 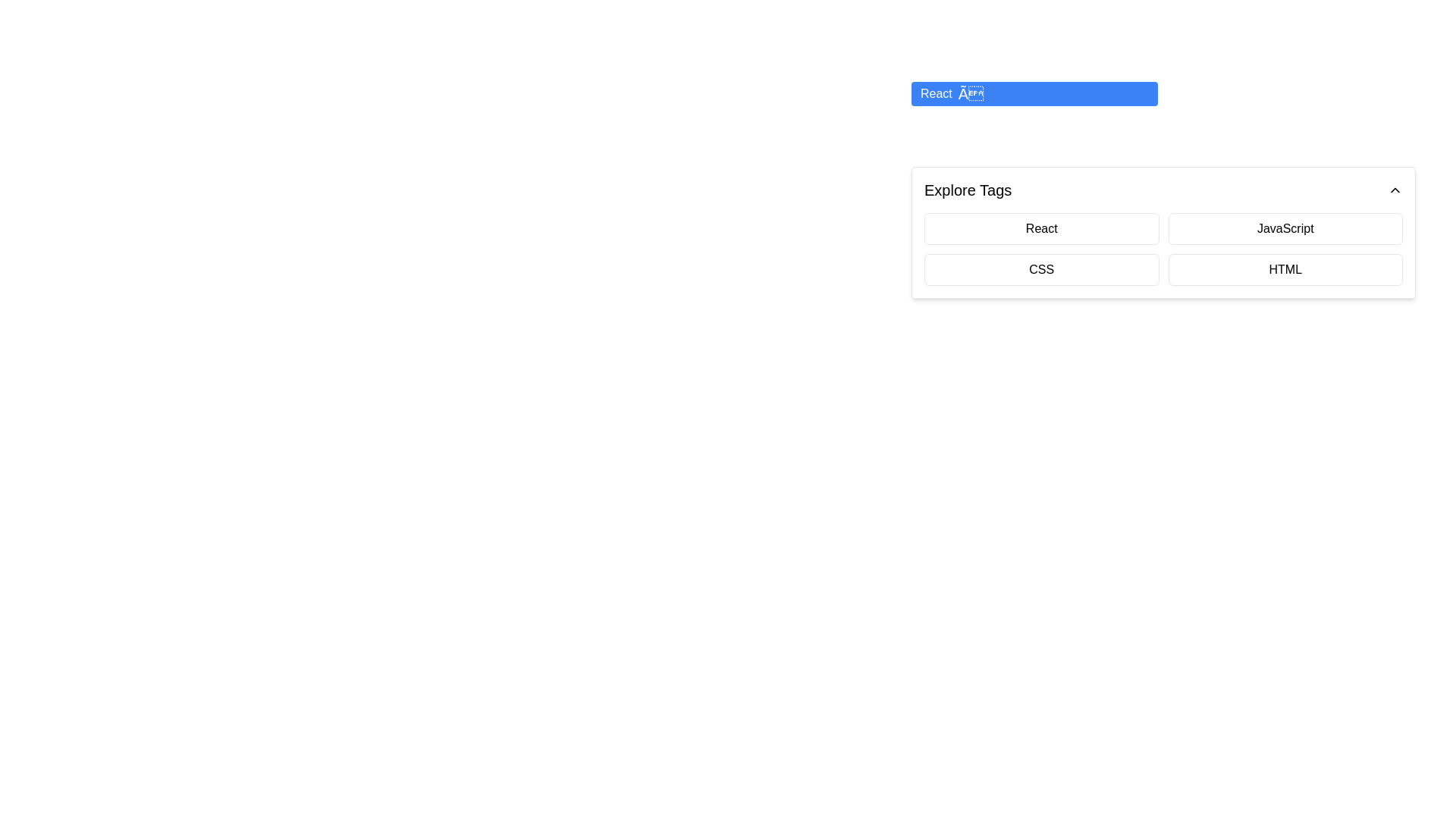 What do you see at coordinates (1040, 228) in the screenshot?
I see `the 'React' selectable tag button located in the top-left corner of the grid under the 'Explore Tags' section` at bounding box center [1040, 228].